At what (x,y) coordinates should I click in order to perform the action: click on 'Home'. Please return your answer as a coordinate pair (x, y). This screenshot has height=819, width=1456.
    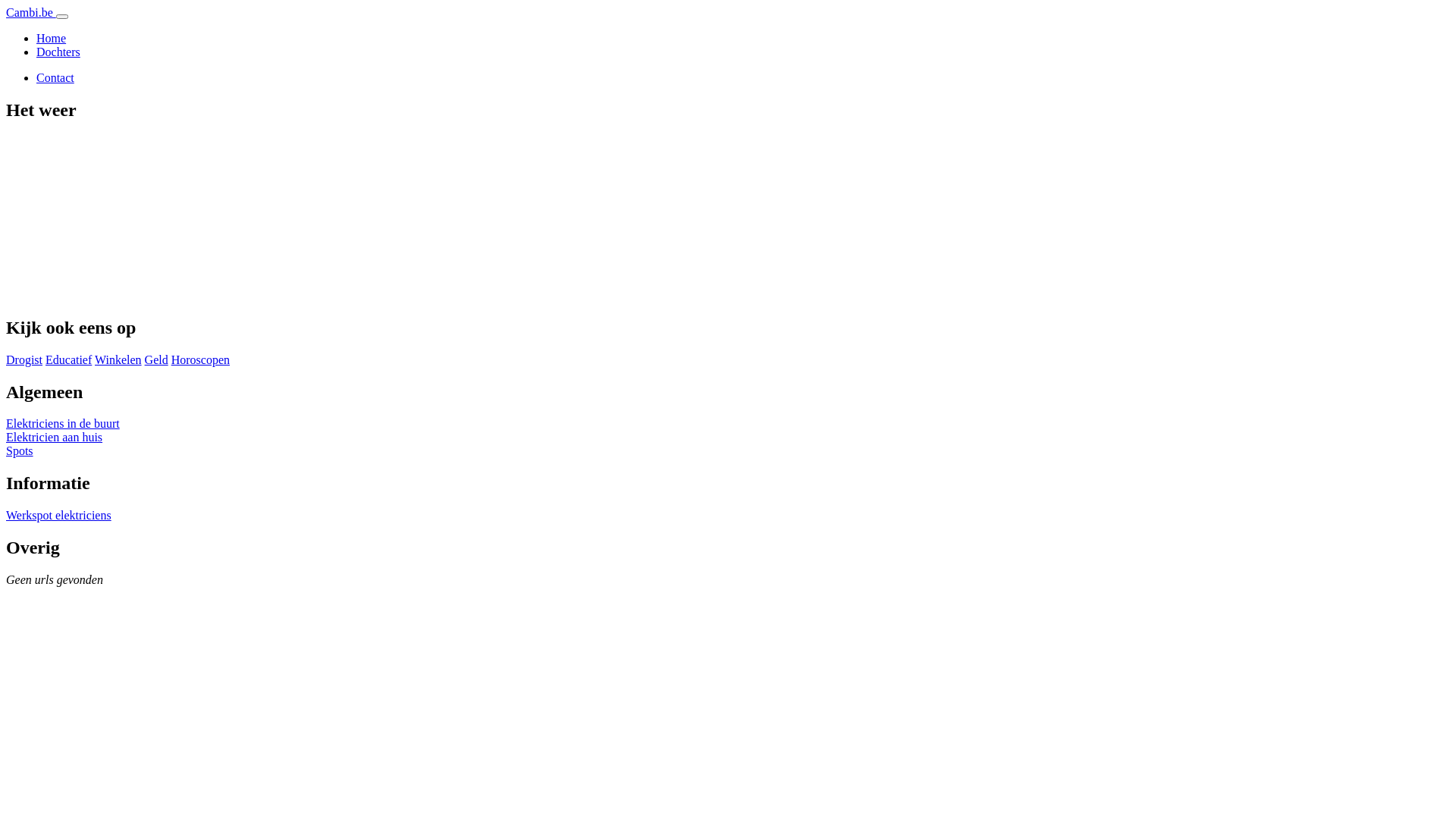
    Looking at the image, I should click on (51, 37).